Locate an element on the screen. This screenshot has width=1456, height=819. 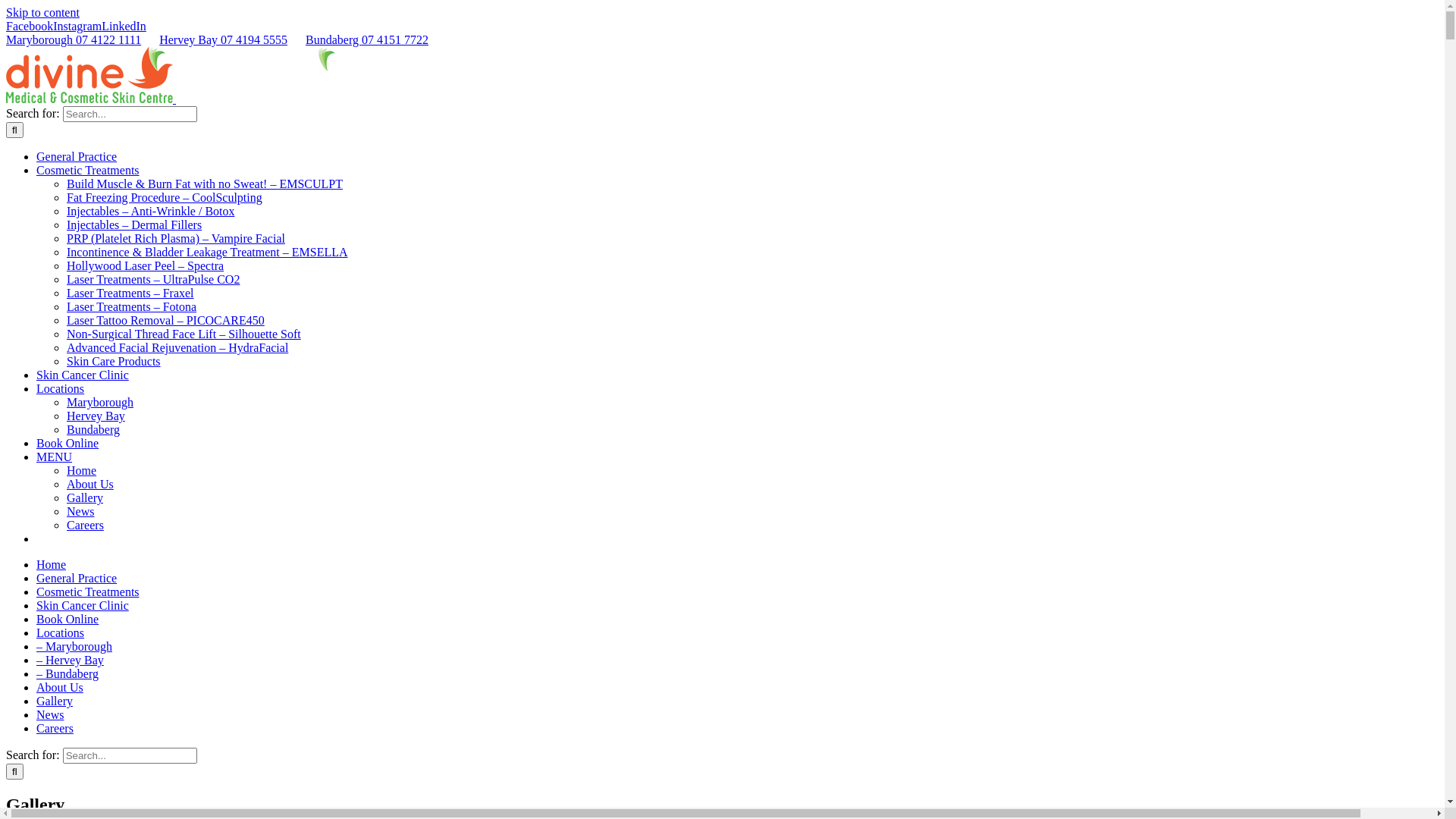
'Maryborough 07 4122 1111' is located at coordinates (72, 39).